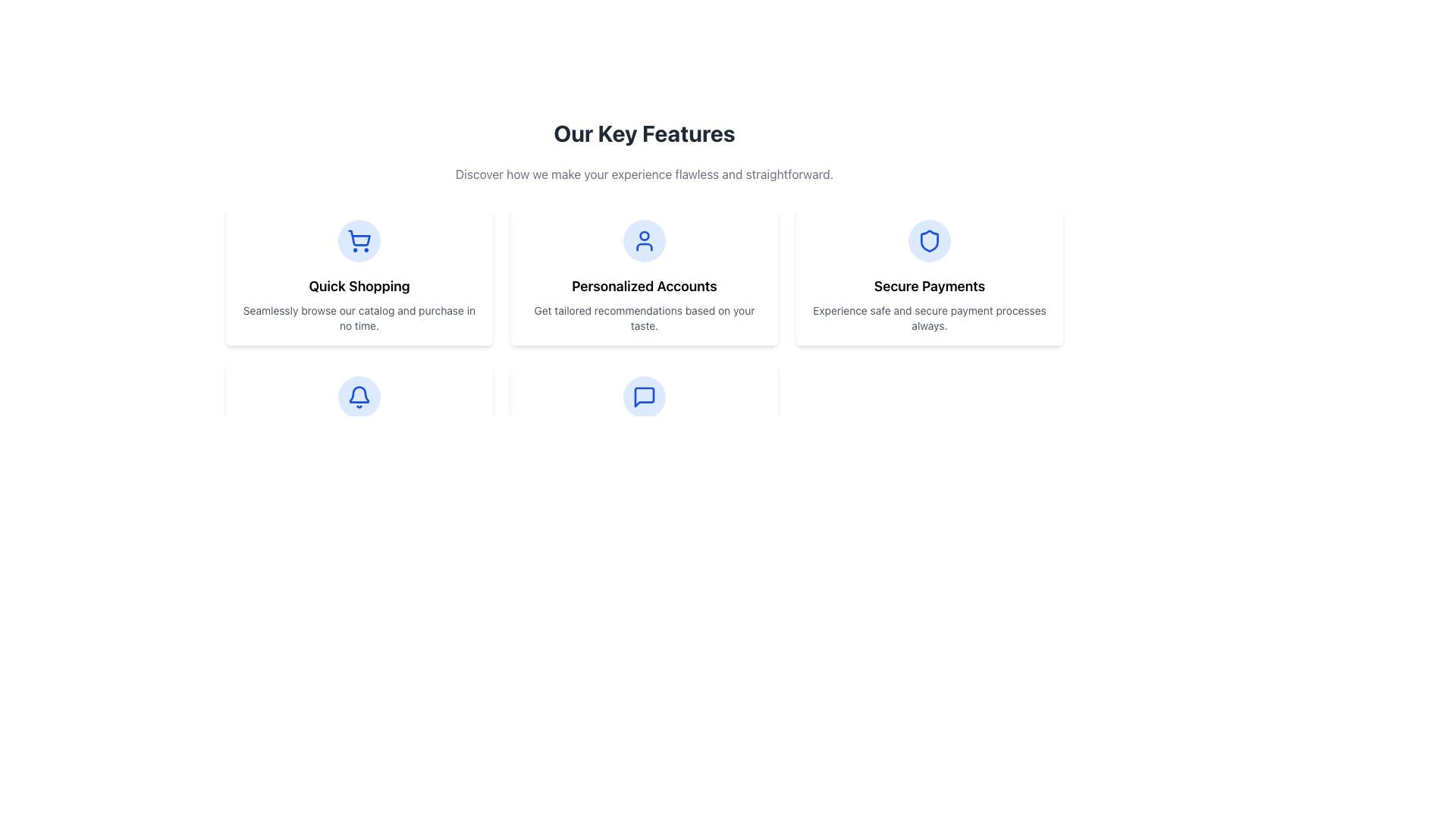 Image resolution: width=1456 pixels, height=819 pixels. Describe the element at coordinates (928, 240) in the screenshot. I see `the shield icon representing 'Secure Payments' in the feature card layout, located at the top-center of the card` at that location.